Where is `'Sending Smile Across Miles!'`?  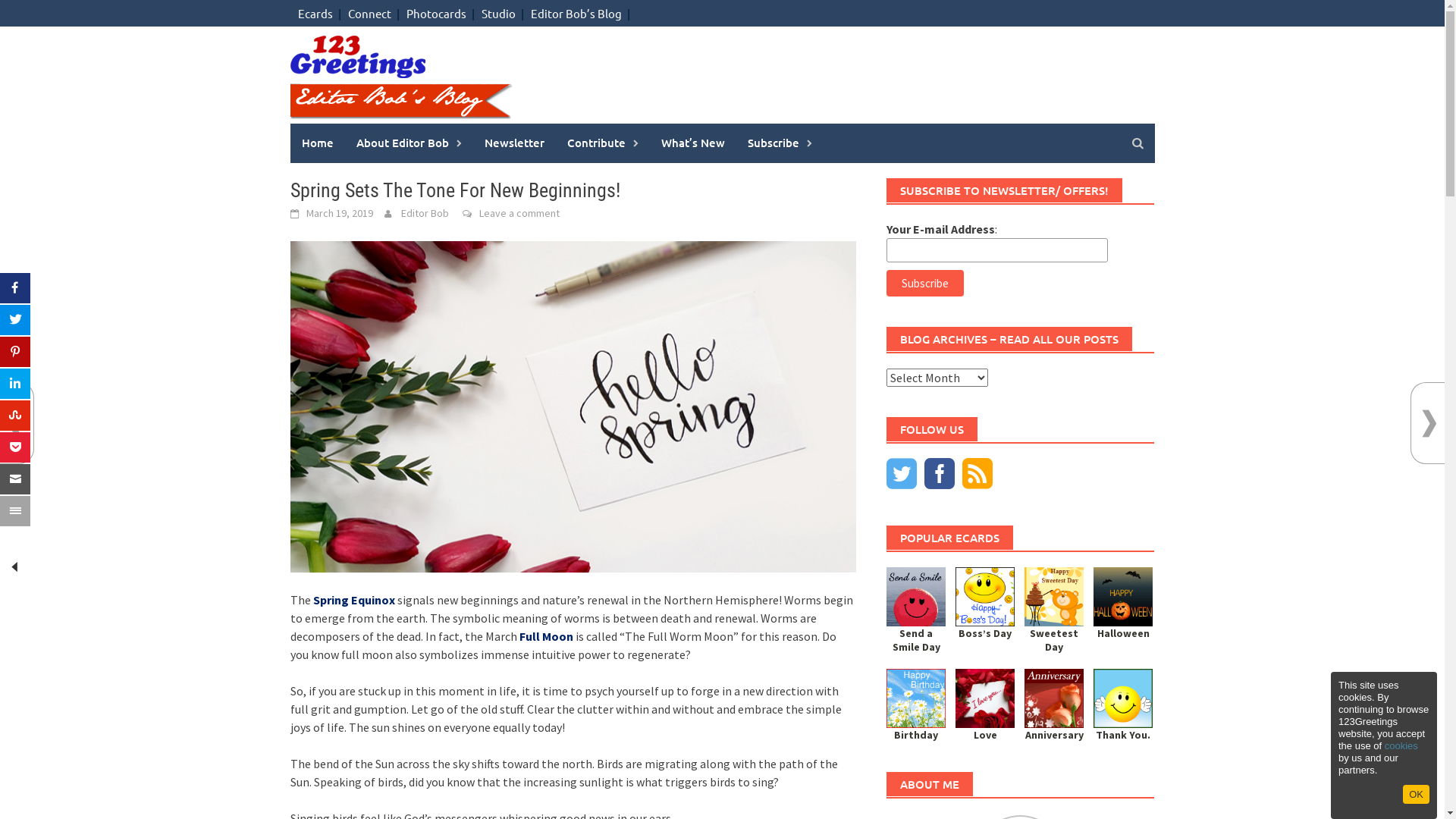 'Sending Smile Across Miles!' is located at coordinates (915, 595).